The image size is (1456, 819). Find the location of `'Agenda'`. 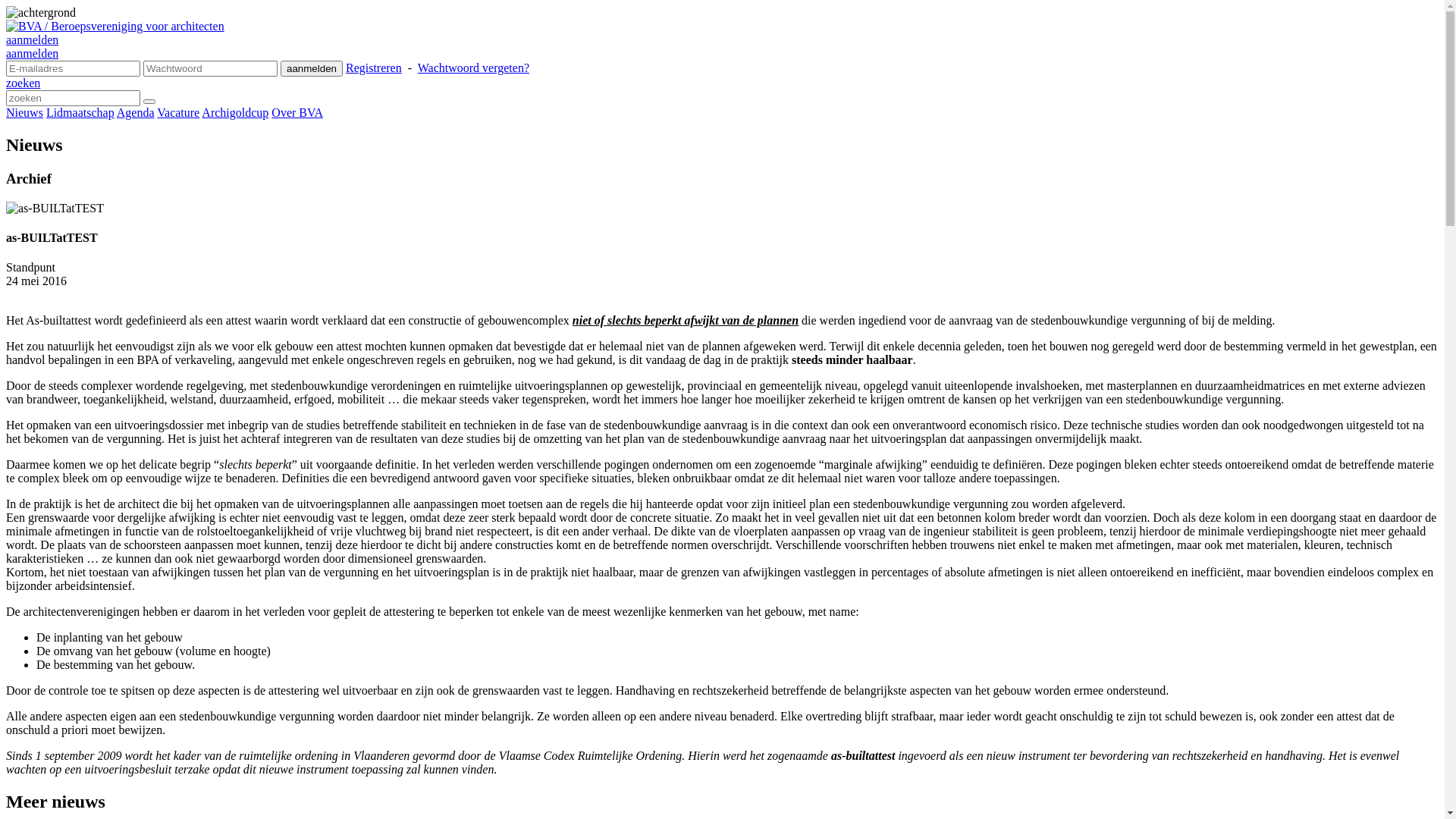

'Agenda' is located at coordinates (135, 111).